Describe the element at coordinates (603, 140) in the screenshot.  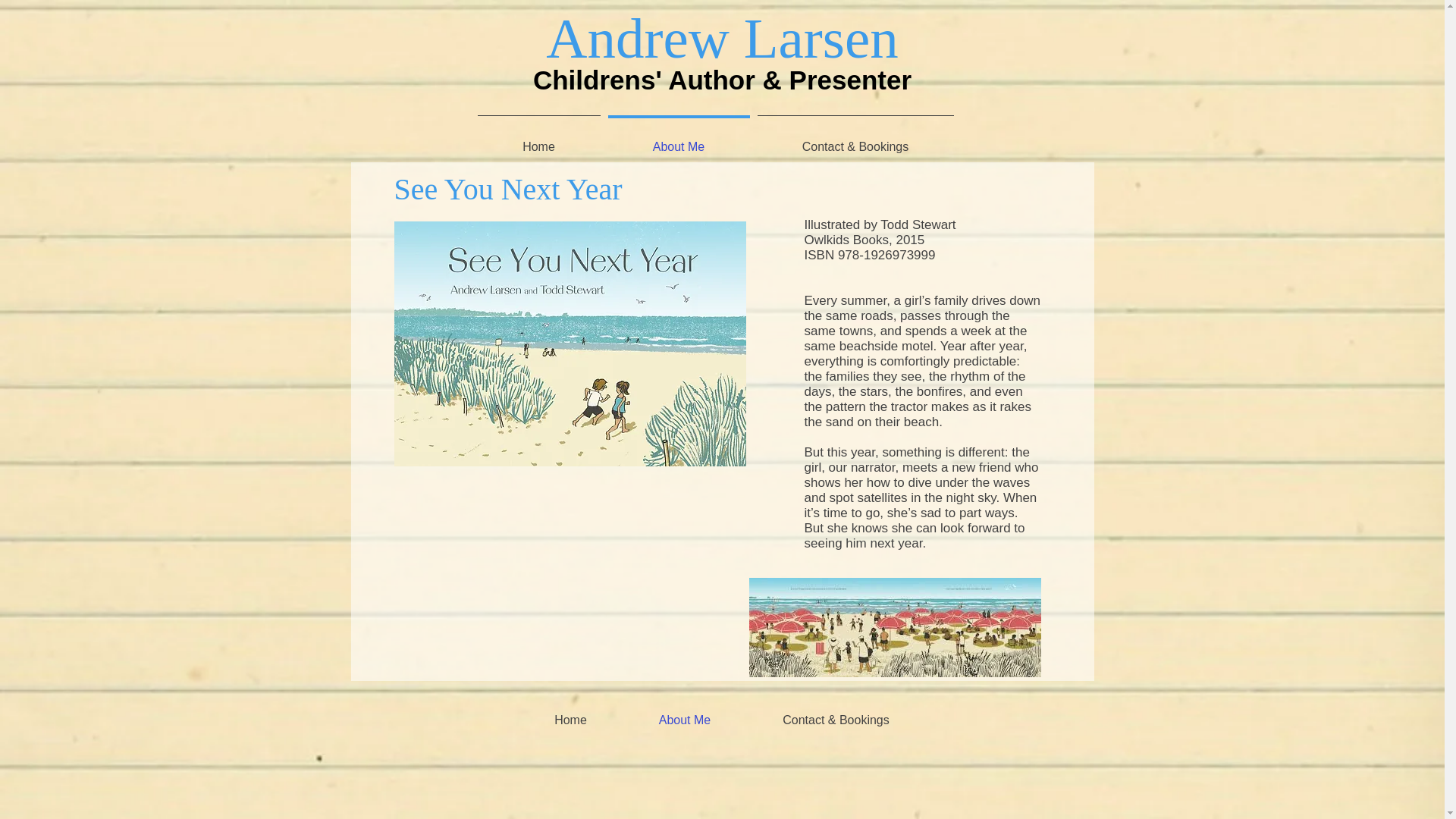
I see `'About Me'` at that location.